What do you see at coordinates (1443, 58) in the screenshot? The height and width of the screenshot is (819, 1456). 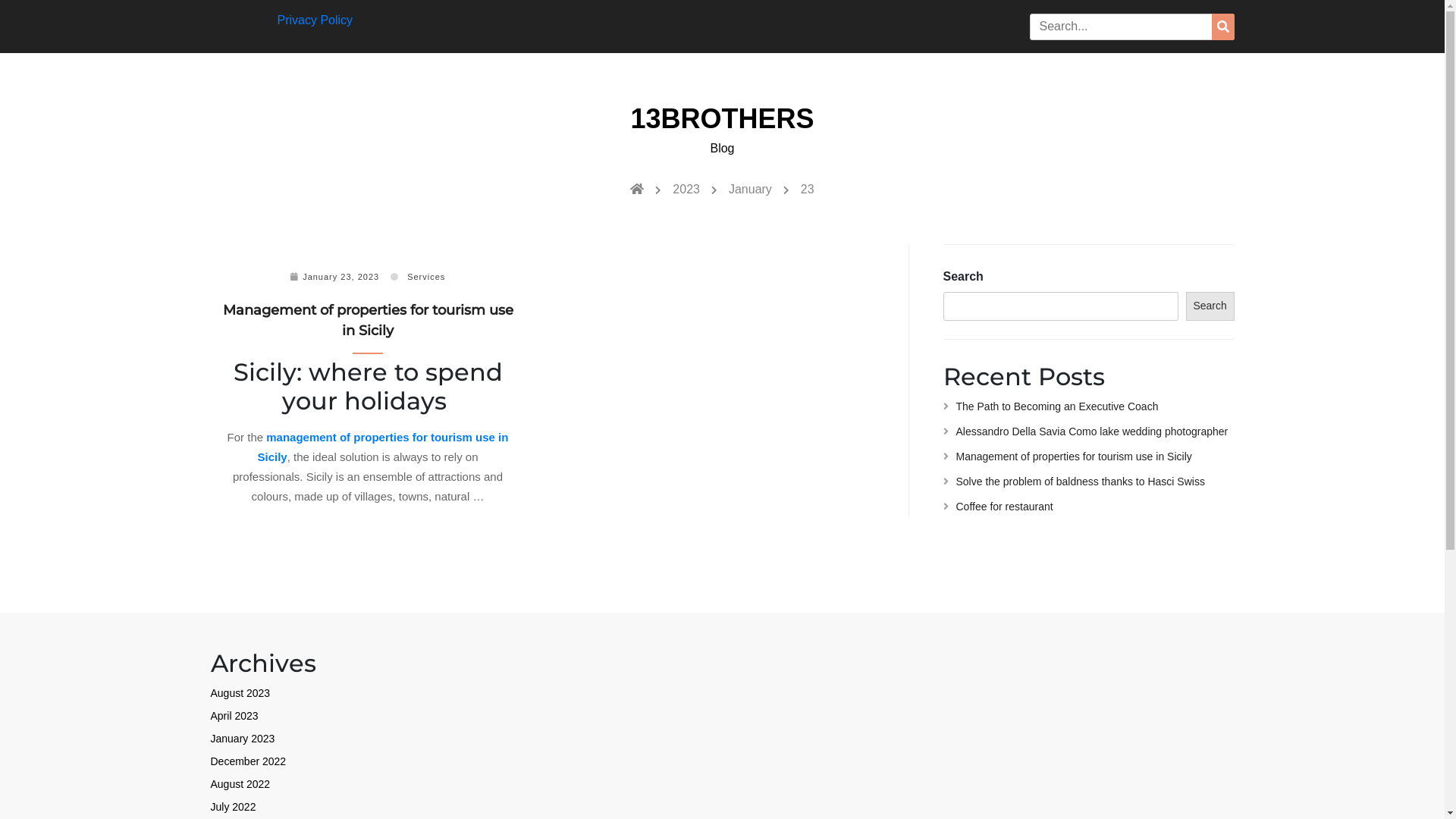 I see `'Circular focus'` at bounding box center [1443, 58].